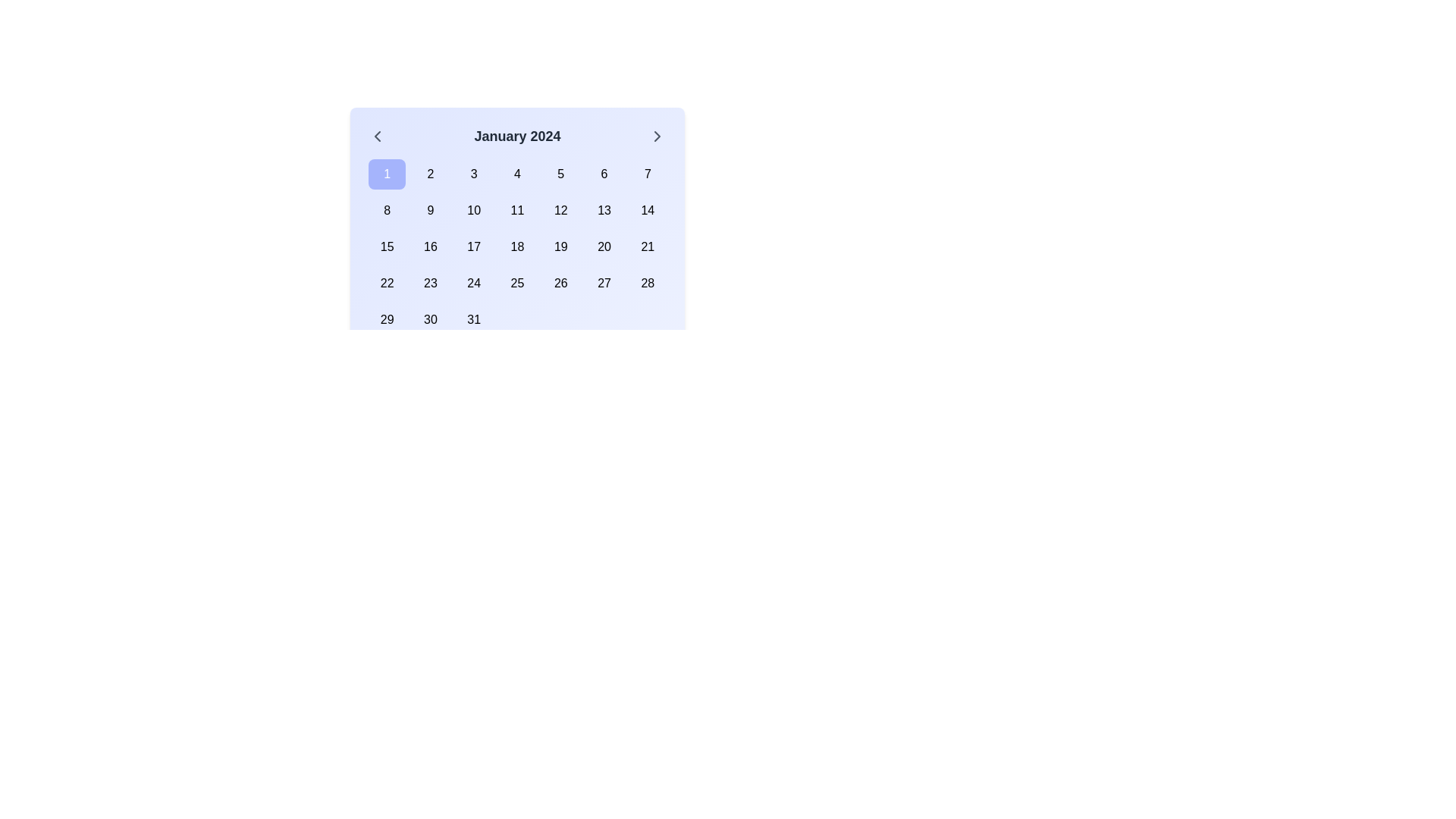 The height and width of the screenshot is (819, 1456). Describe the element at coordinates (429, 174) in the screenshot. I see `the interactive button displaying the number '2' in bold font` at that location.